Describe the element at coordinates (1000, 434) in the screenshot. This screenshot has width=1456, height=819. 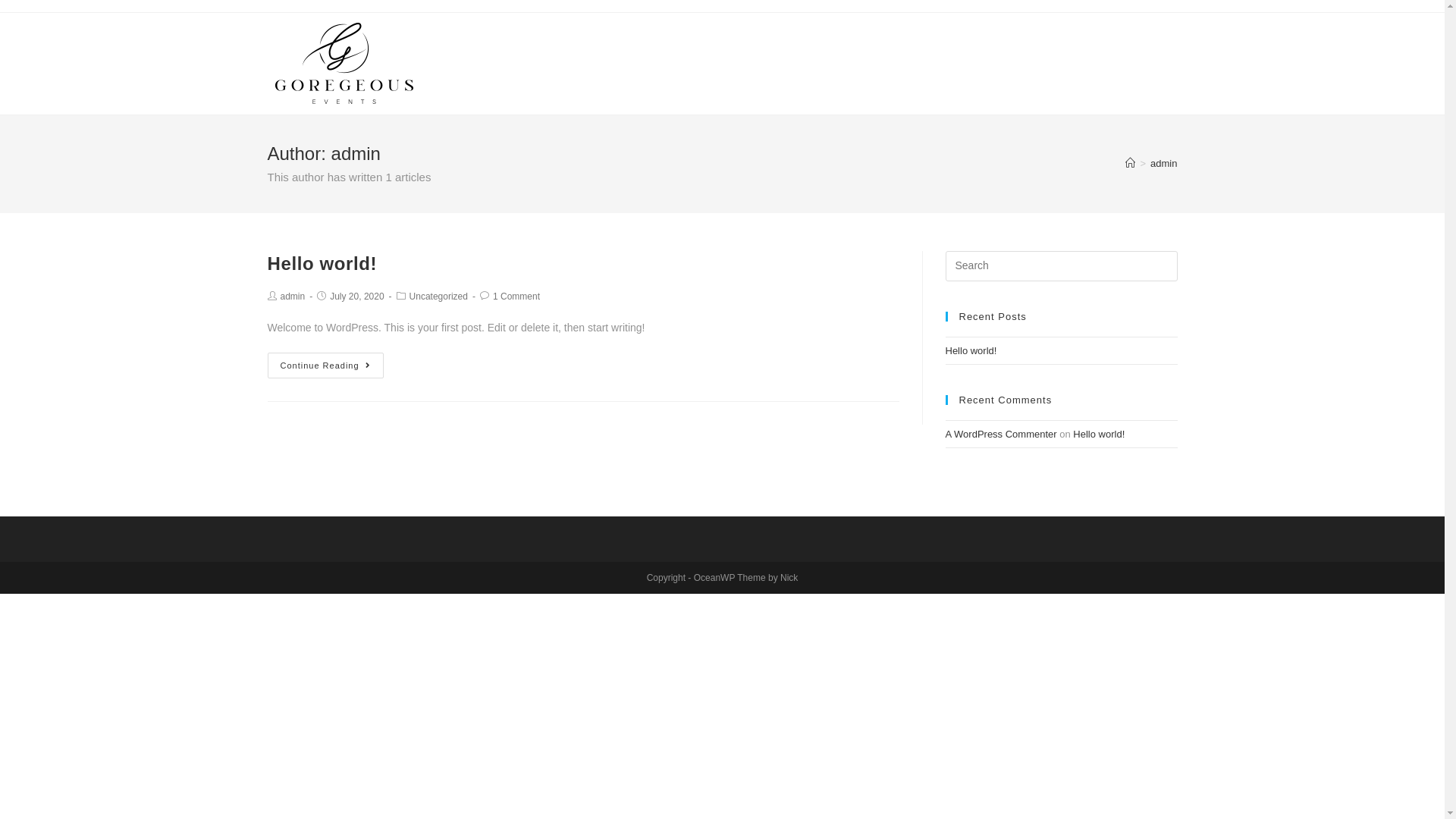
I see `'A WordPress Commenter'` at that location.